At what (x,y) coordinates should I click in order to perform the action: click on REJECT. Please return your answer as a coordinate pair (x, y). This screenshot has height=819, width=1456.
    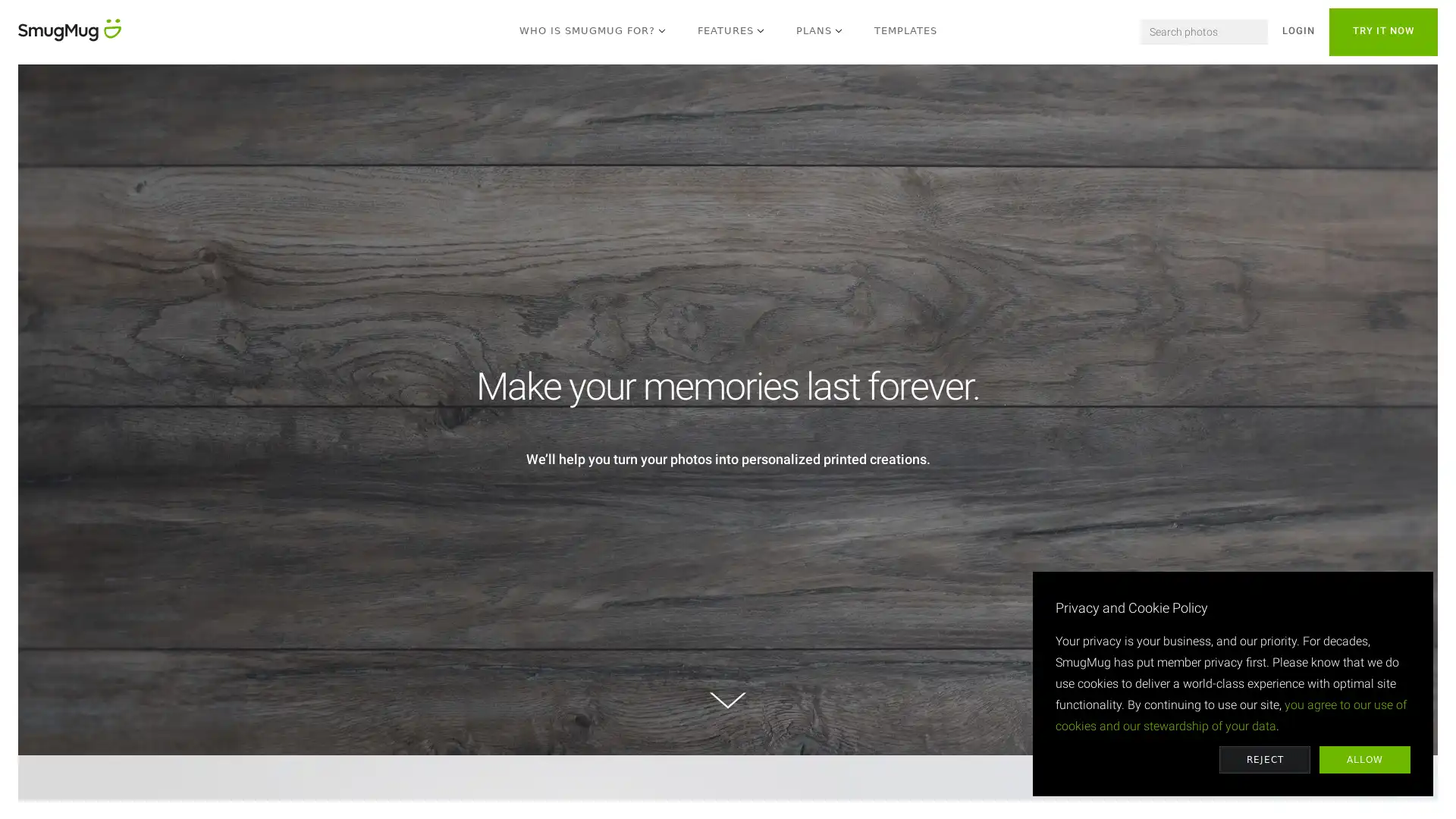
    Looking at the image, I should click on (1265, 760).